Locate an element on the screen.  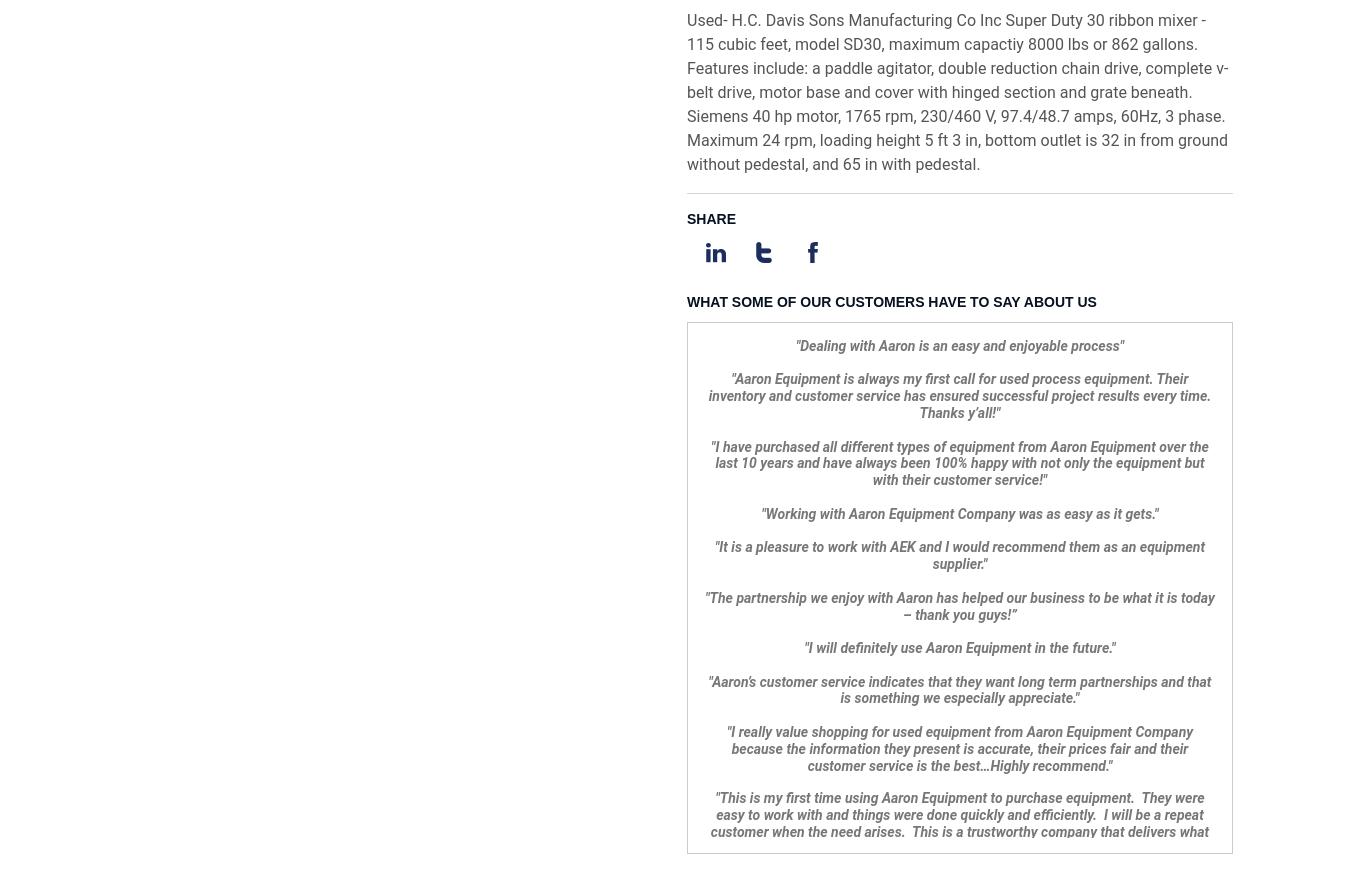
'FOLLOW US' is located at coordinates (1069, 686).